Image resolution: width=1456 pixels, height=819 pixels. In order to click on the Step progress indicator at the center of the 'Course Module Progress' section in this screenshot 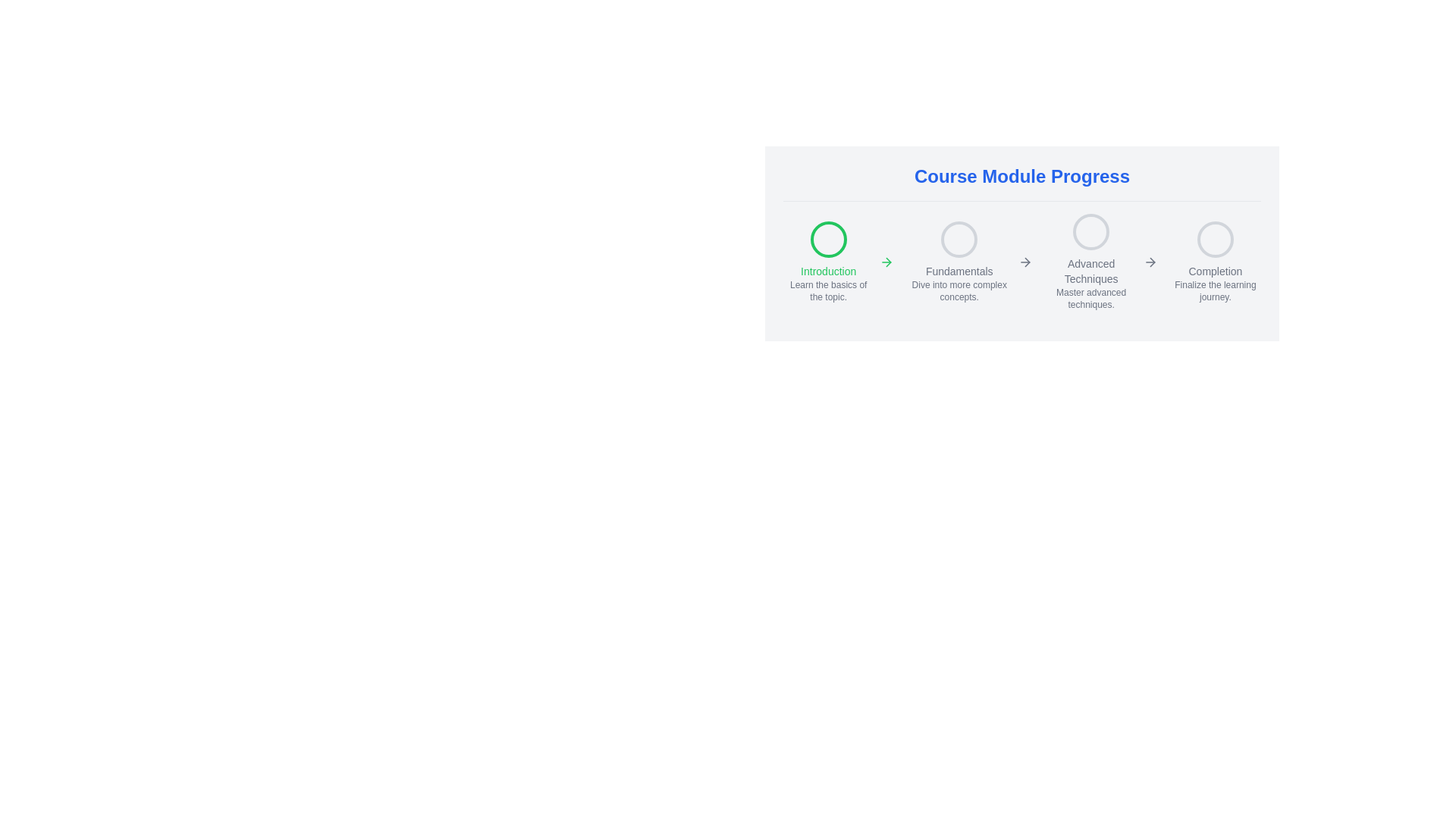, I will do `click(1022, 262)`.